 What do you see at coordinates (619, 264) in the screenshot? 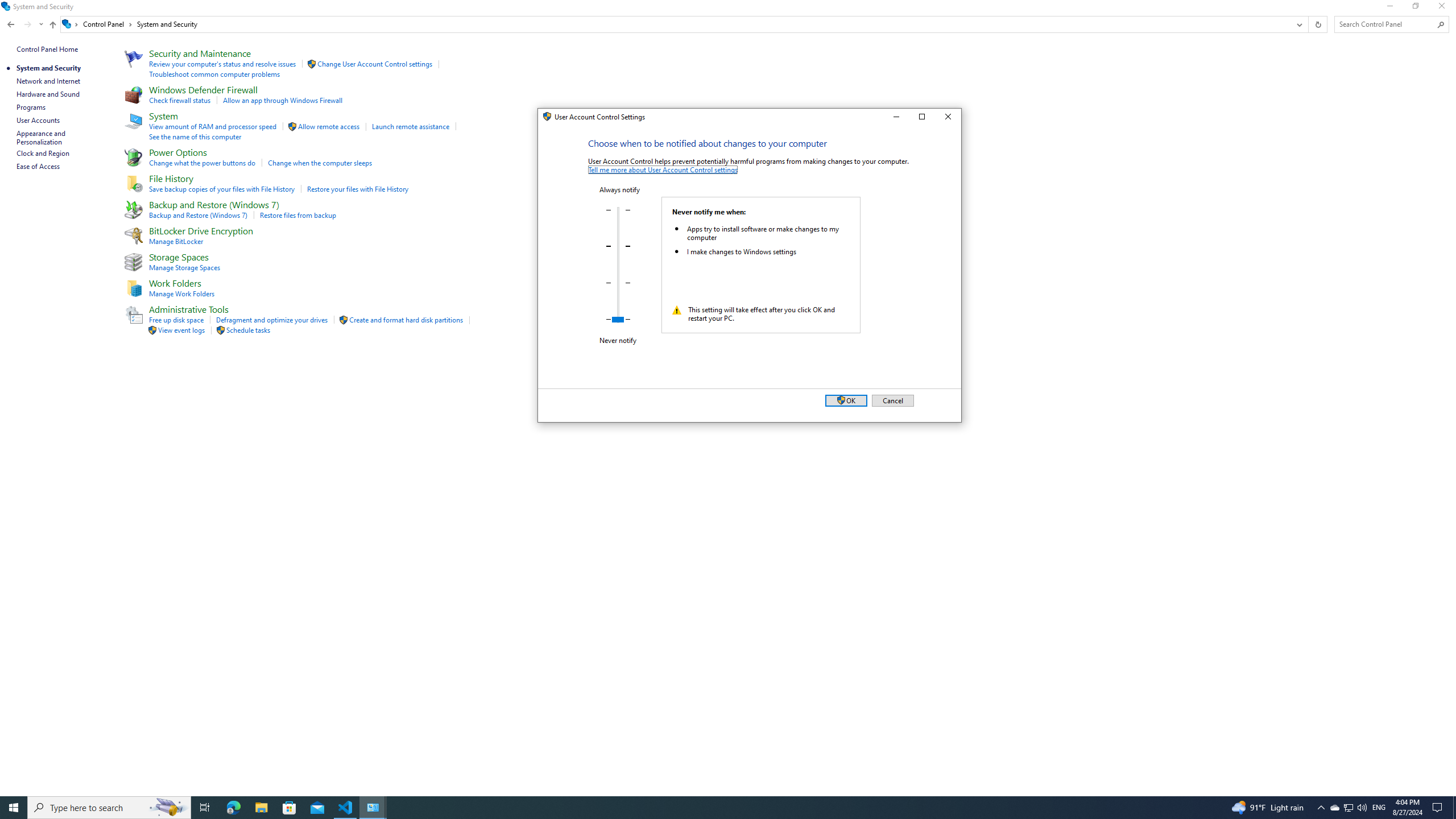
I see `'Notification level:'` at bounding box center [619, 264].